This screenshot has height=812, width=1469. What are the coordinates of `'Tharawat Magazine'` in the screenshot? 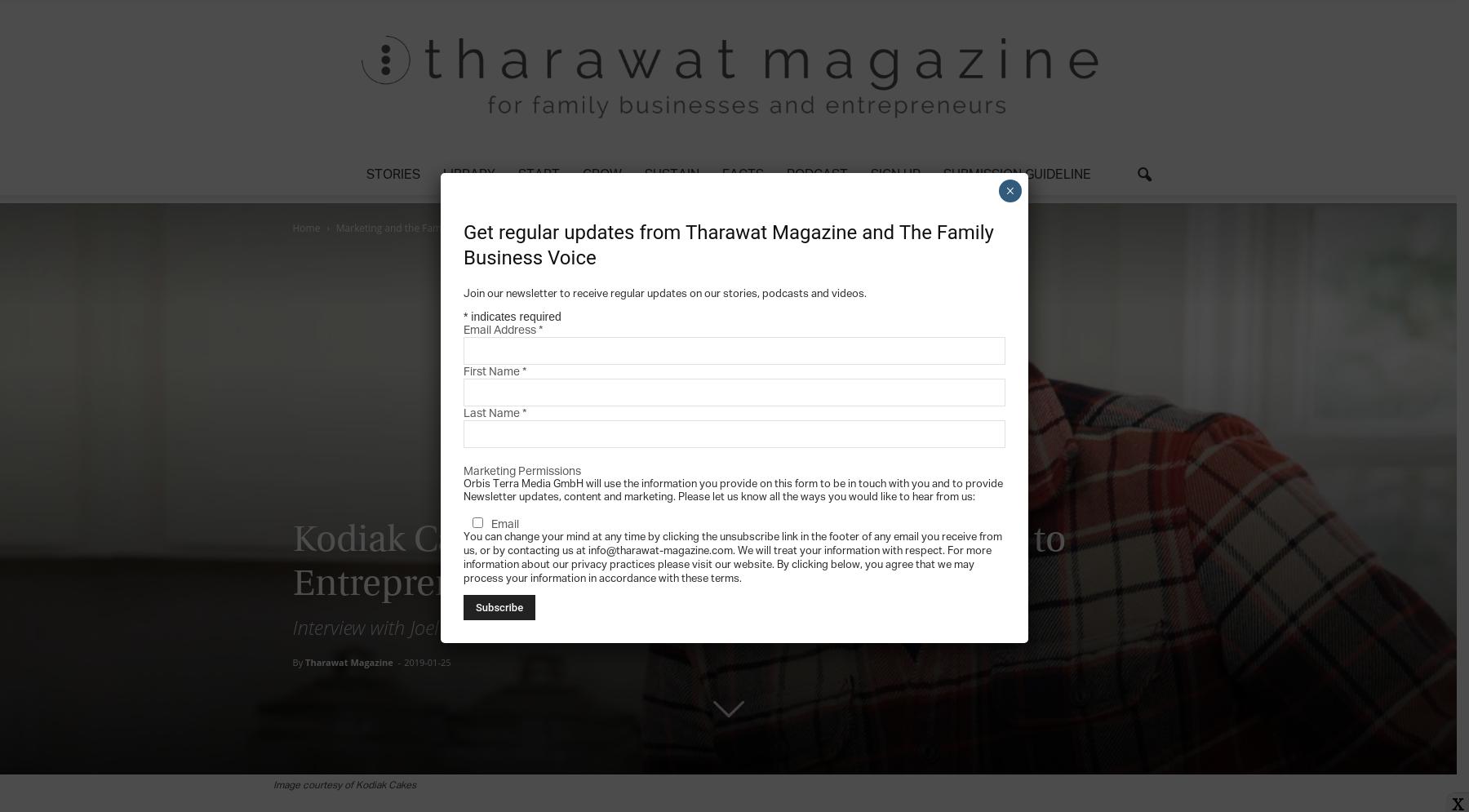 It's located at (348, 661).